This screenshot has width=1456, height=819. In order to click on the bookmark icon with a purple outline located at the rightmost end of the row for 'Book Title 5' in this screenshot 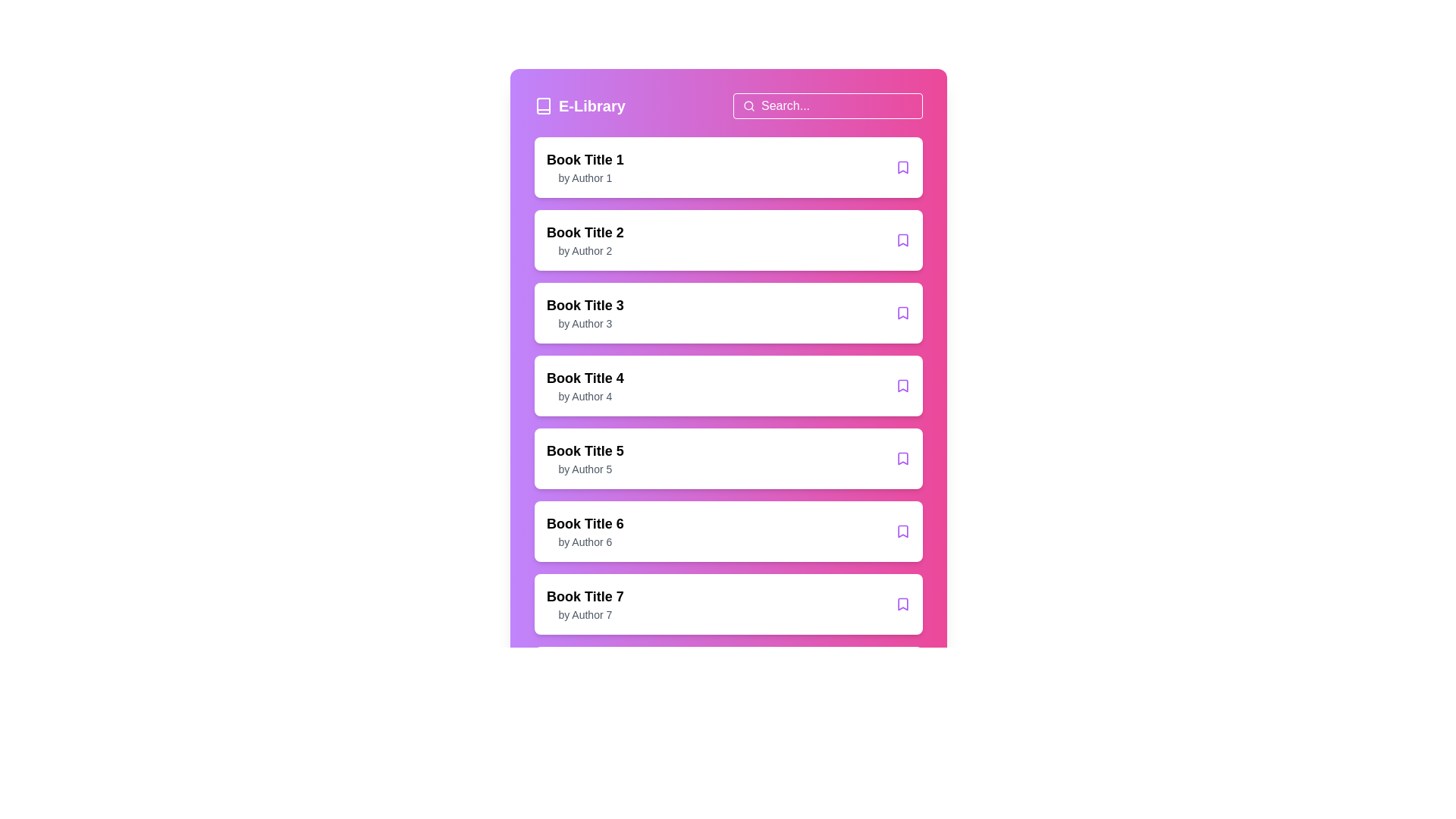, I will do `click(902, 458)`.